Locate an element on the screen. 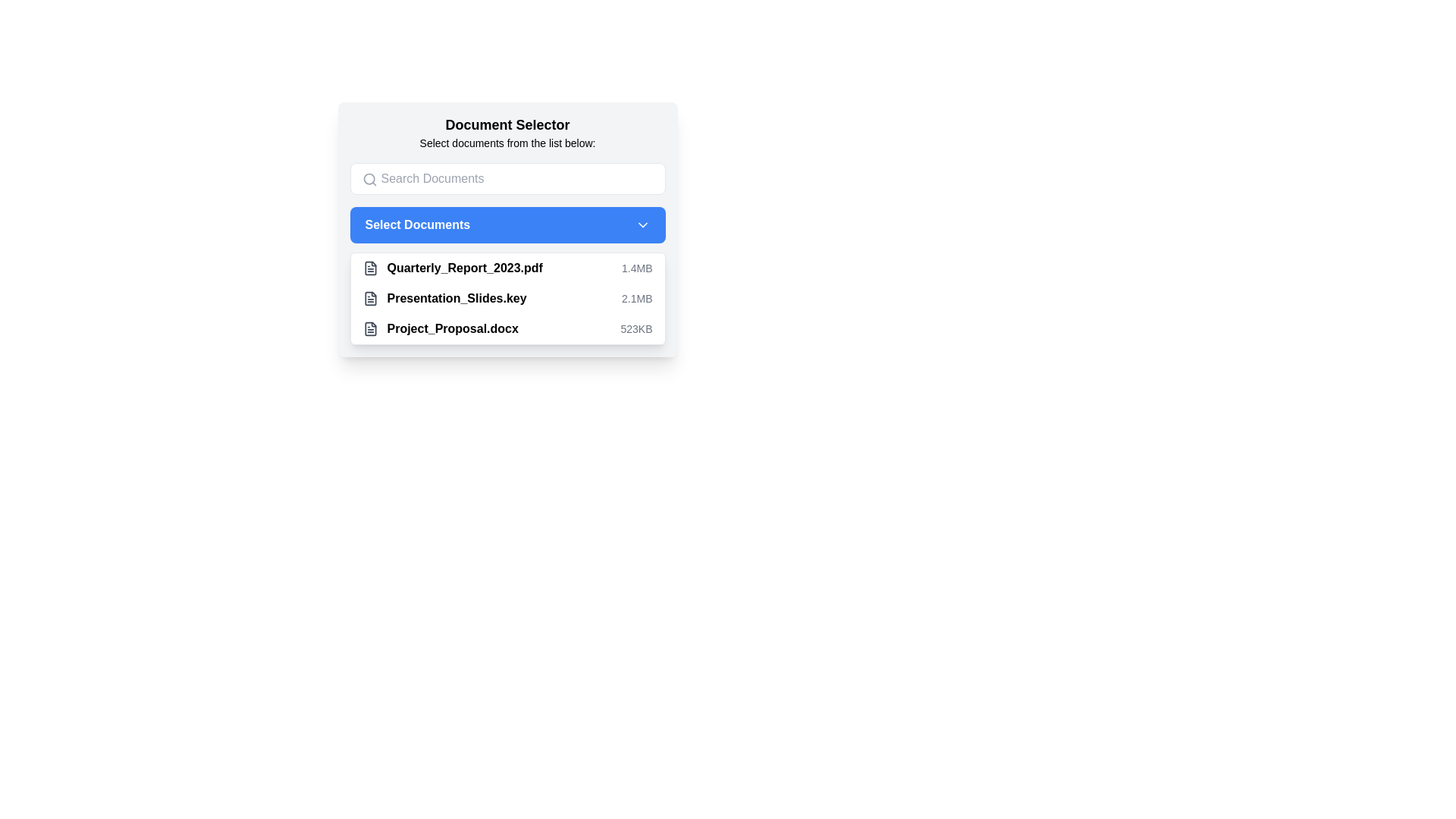 The height and width of the screenshot is (819, 1456). the text label displaying the file name of the document, which is the third entry in the file list is located at coordinates (452, 328).